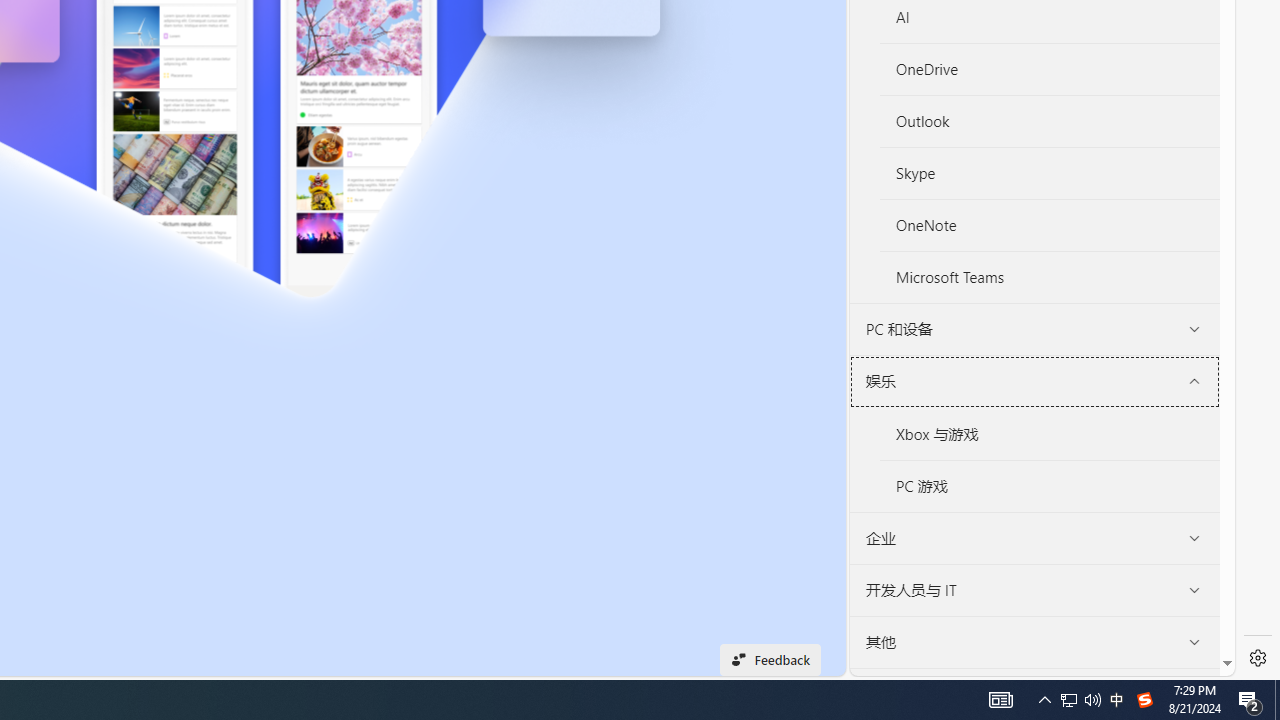 This screenshot has height=720, width=1280. Describe the element at coordinates (1049, 69) in the screenshot. I see `'OneDrive'` at that location.